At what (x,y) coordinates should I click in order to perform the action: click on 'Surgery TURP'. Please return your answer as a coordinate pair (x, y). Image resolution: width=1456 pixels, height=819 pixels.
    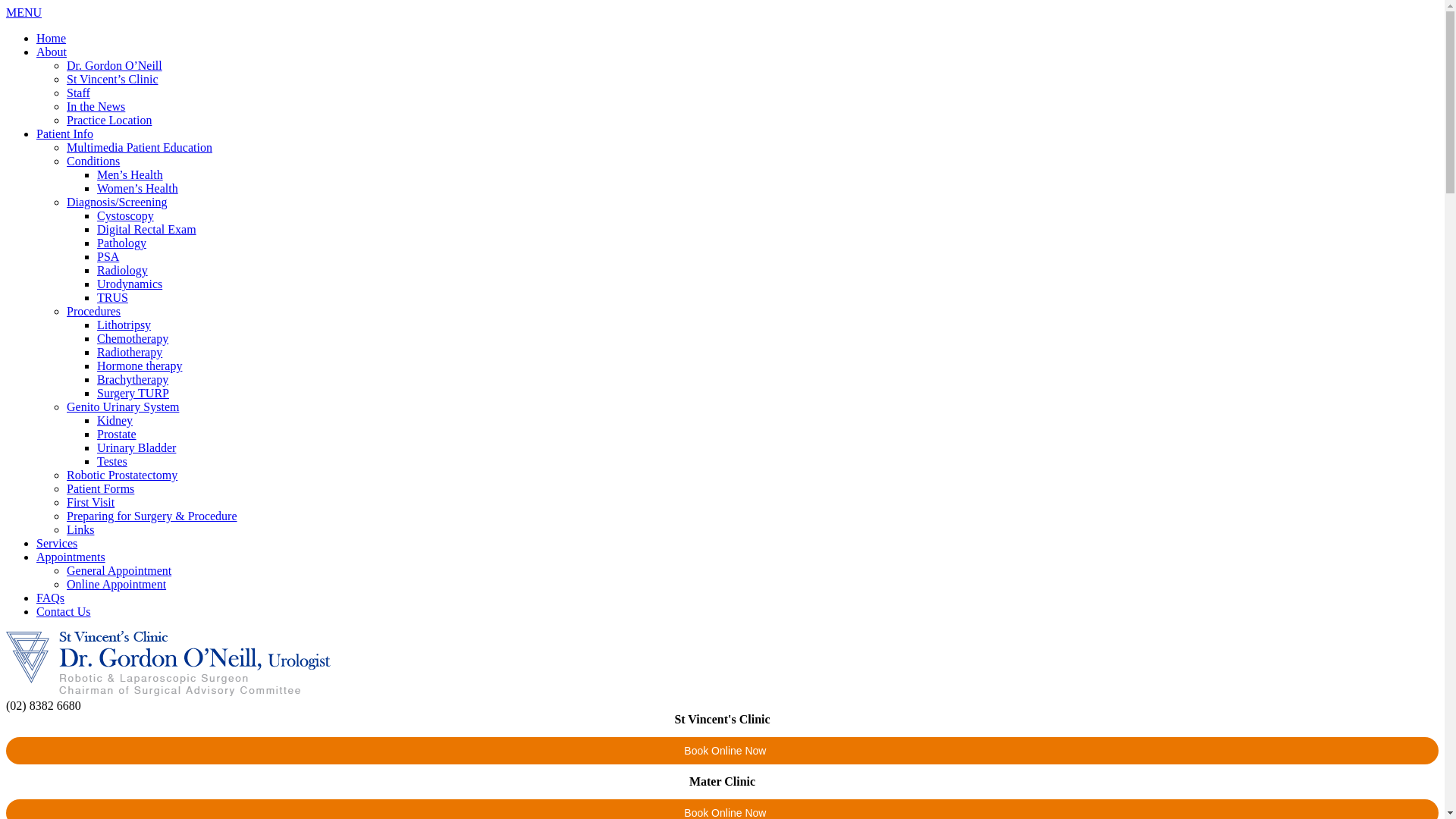
    Looking at the image, I should click on (133, 392).